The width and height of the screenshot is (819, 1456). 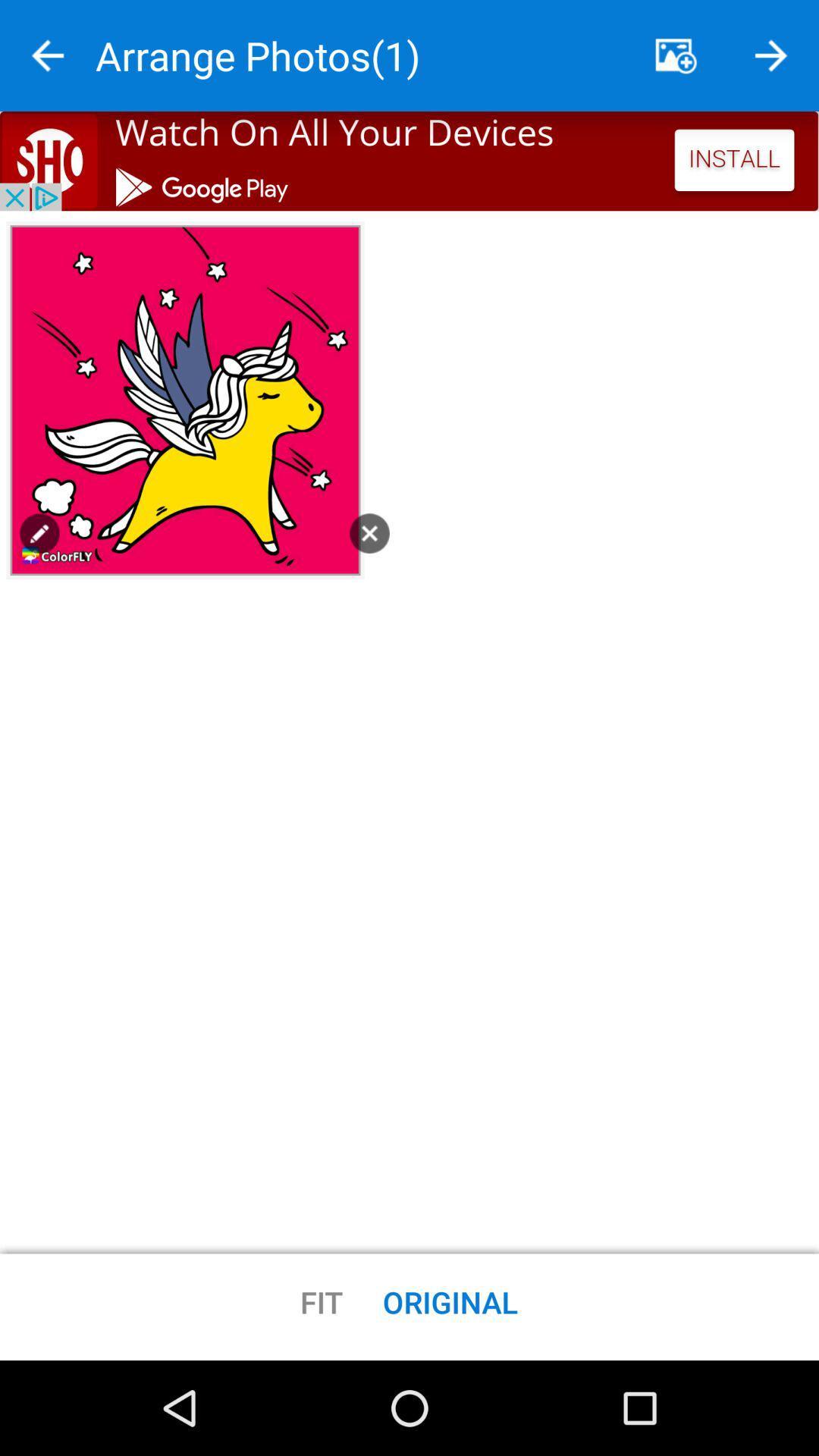 What do you see at coordinates (409, 161) in the screenshot?
I see `install app` at bounding box center [409, 161].